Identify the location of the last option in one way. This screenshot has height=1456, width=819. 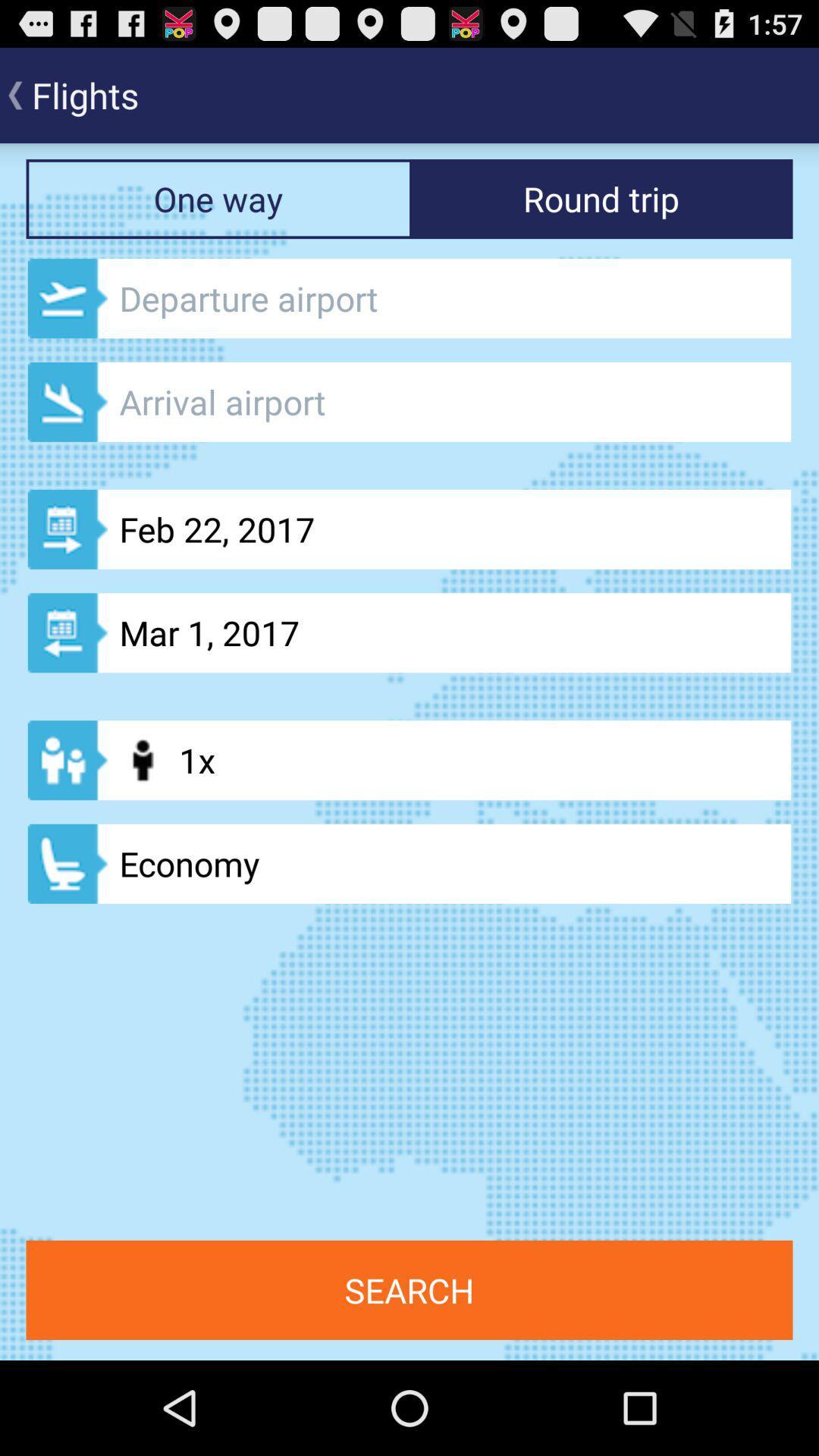
(409, 864).